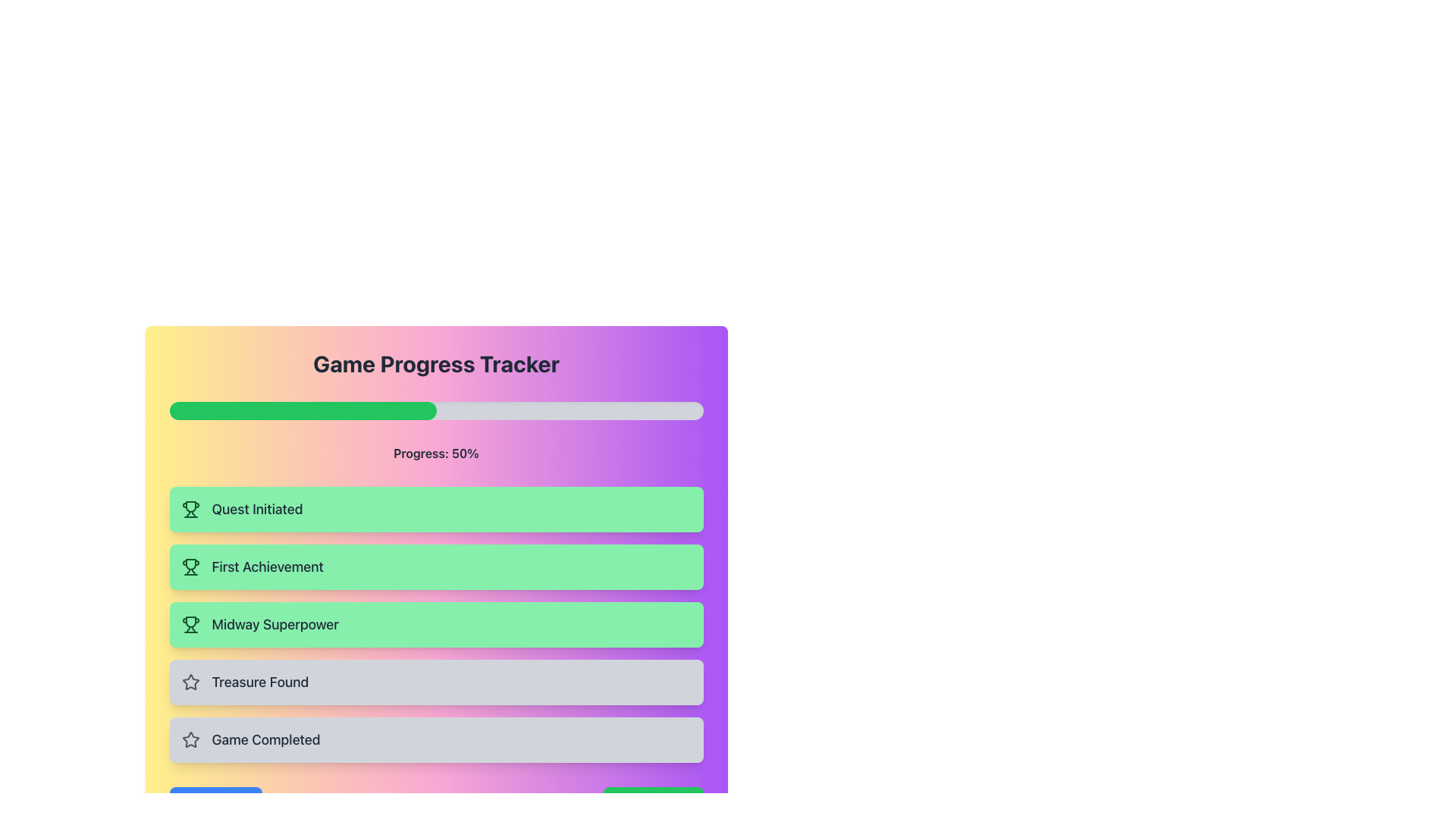 The height and width of the screenshot is (819, 1456). I want to click on the Text Label that indicates the current progress percentage value, which is located beneath the 'Game Progress Tracker' heading and directly below the progress bar, so click(435, 452).